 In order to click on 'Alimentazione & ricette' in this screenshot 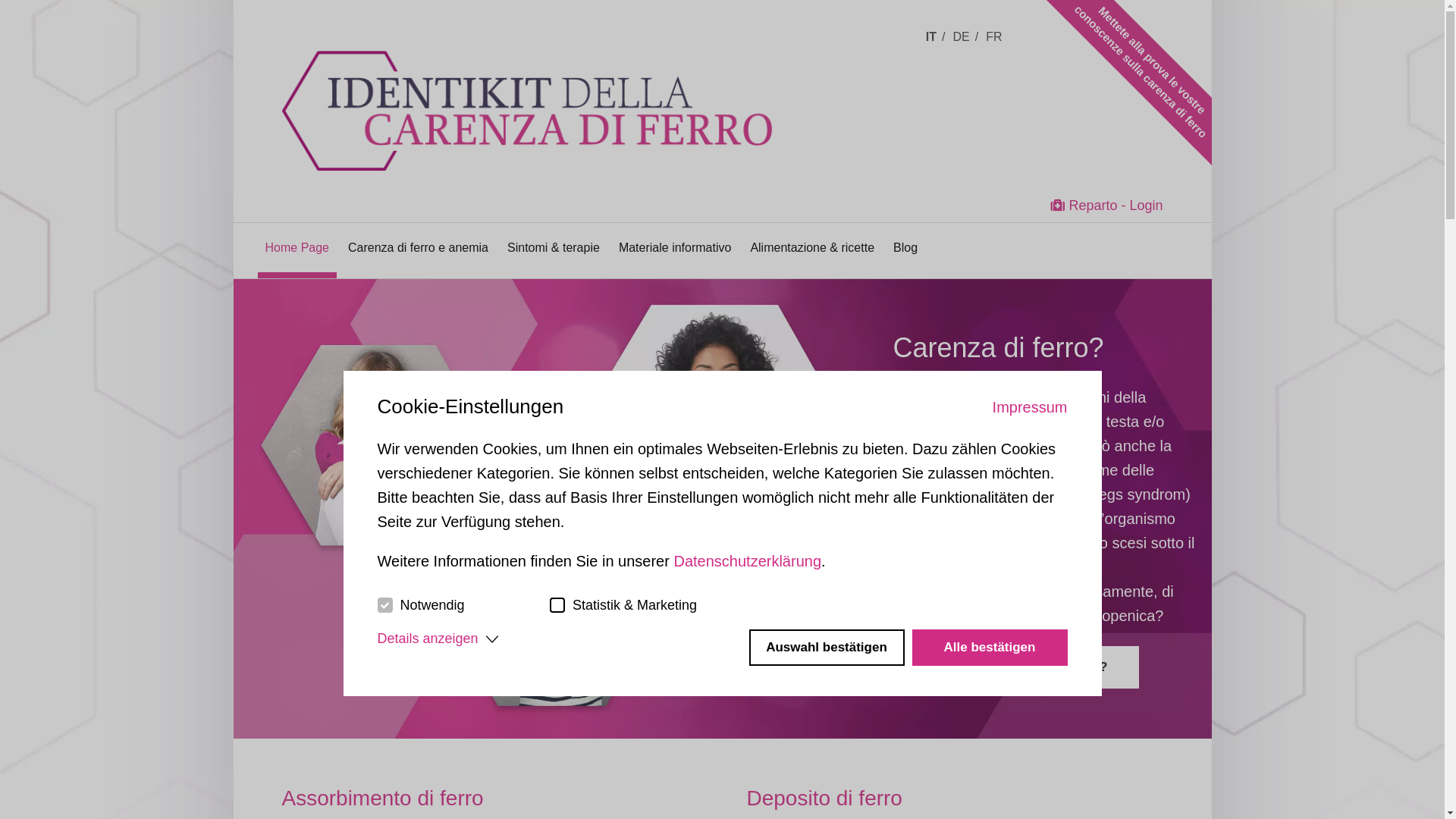, I will do `click(811, 246)`.